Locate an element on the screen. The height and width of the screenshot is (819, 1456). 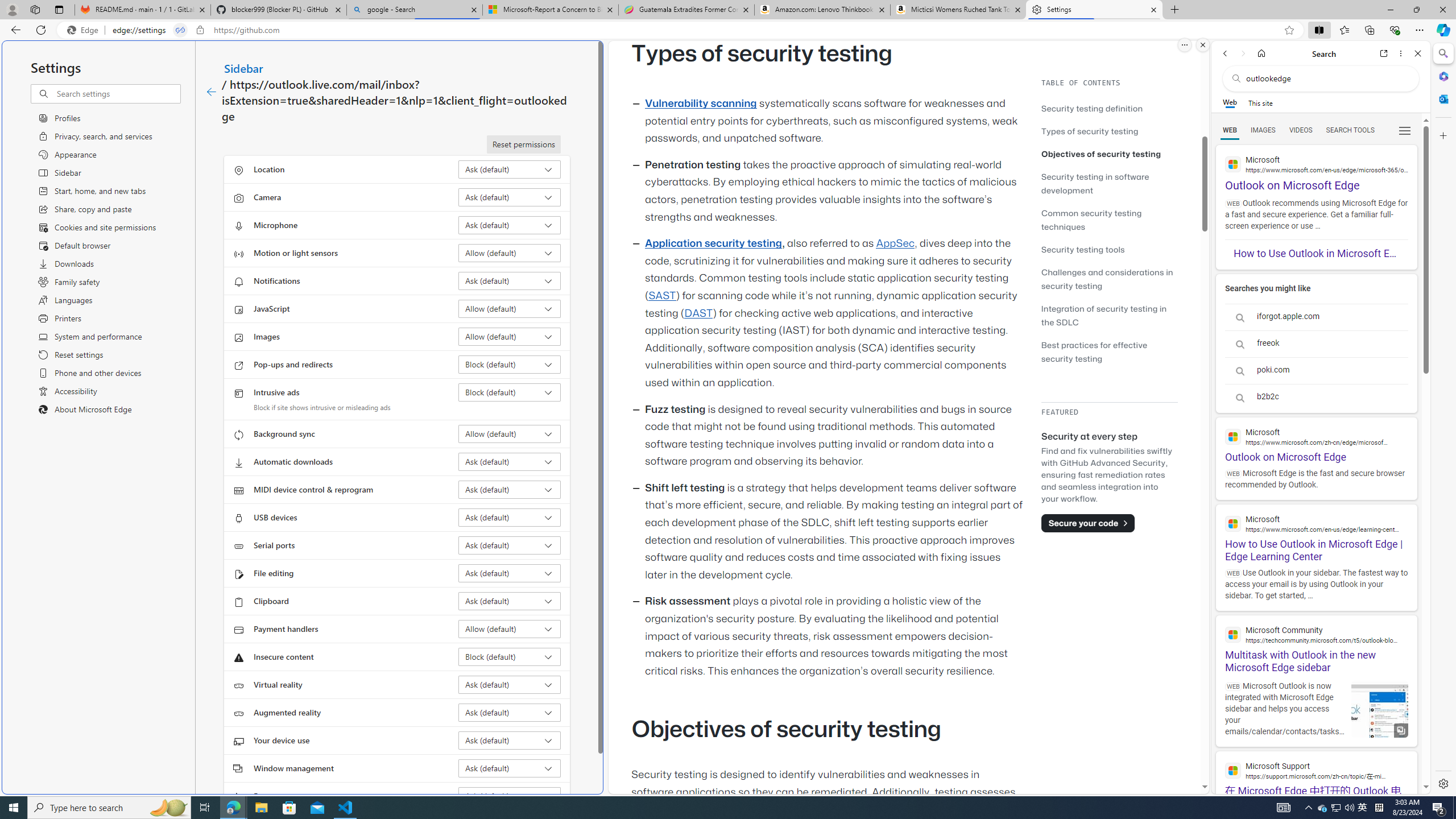
'Virtual reality Ask (default)' is located at coordinates (510, 684).